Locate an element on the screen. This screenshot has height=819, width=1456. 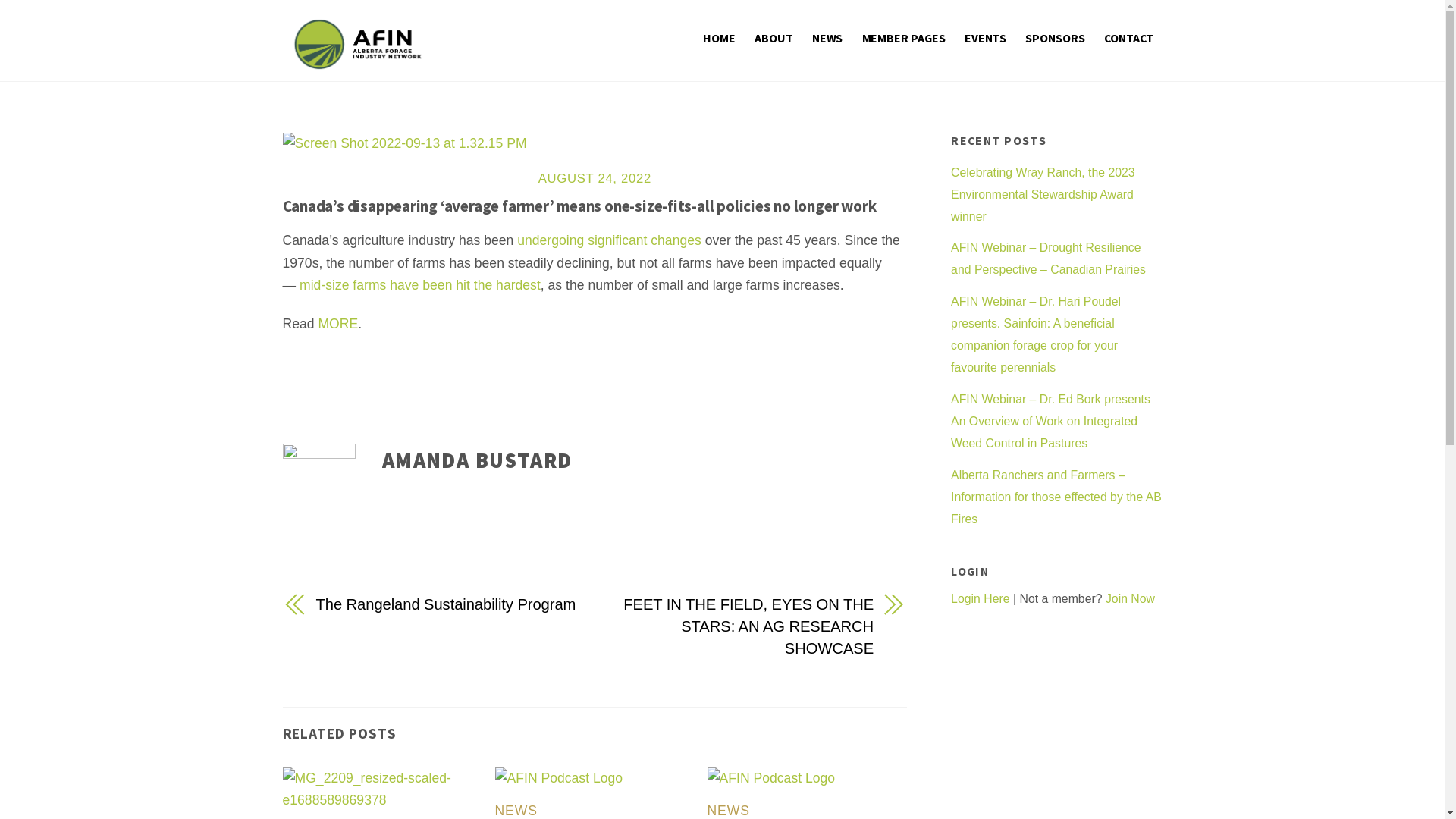
'Join Now' is located at coordinates (1130, 598).